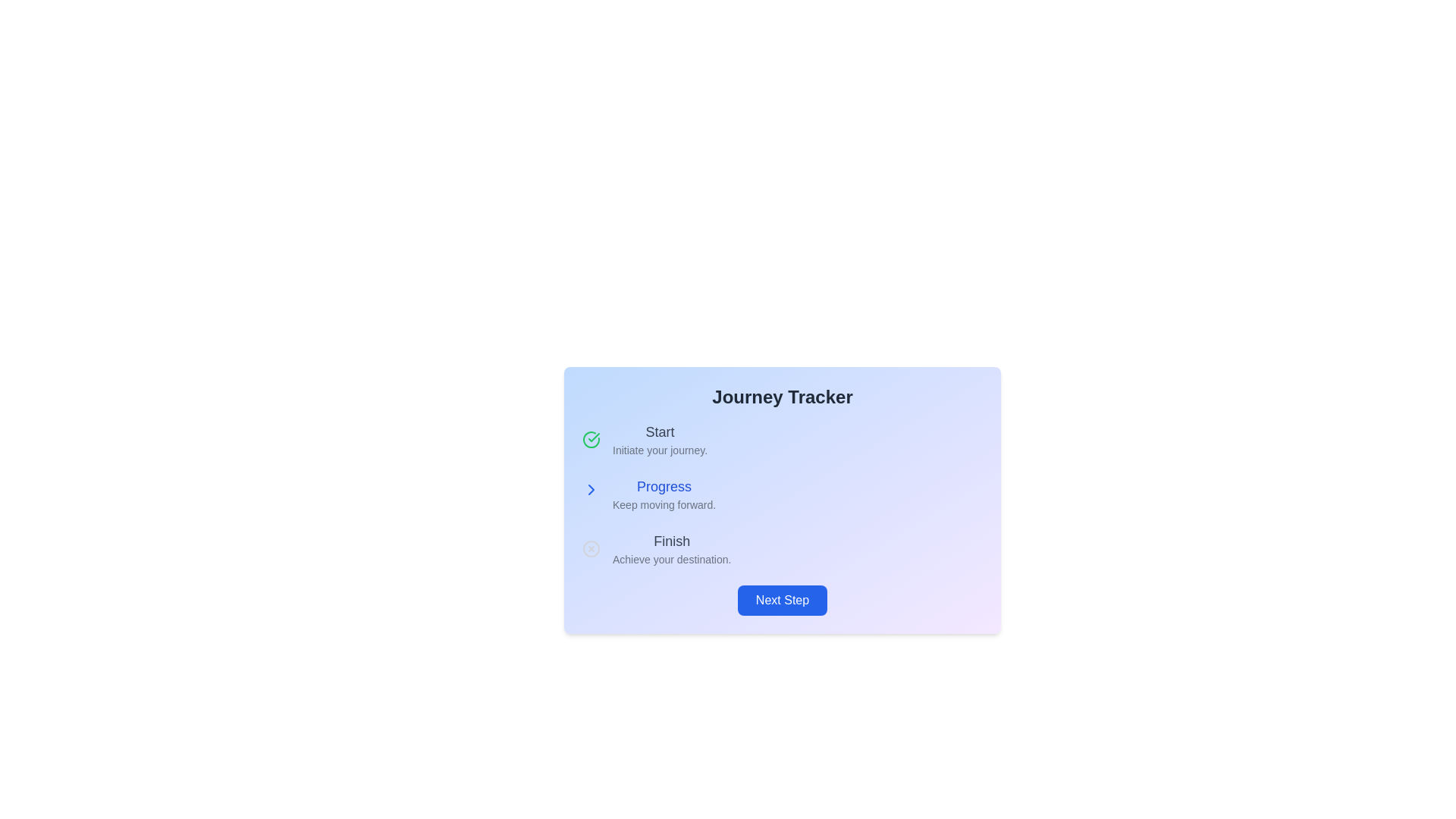  What do you see at coordinates (660, 450) in the screenshot?
I see `the text element displaying 'Initiate your journey.' located directly below the 'Start' header` at bounding box center [660, 450].